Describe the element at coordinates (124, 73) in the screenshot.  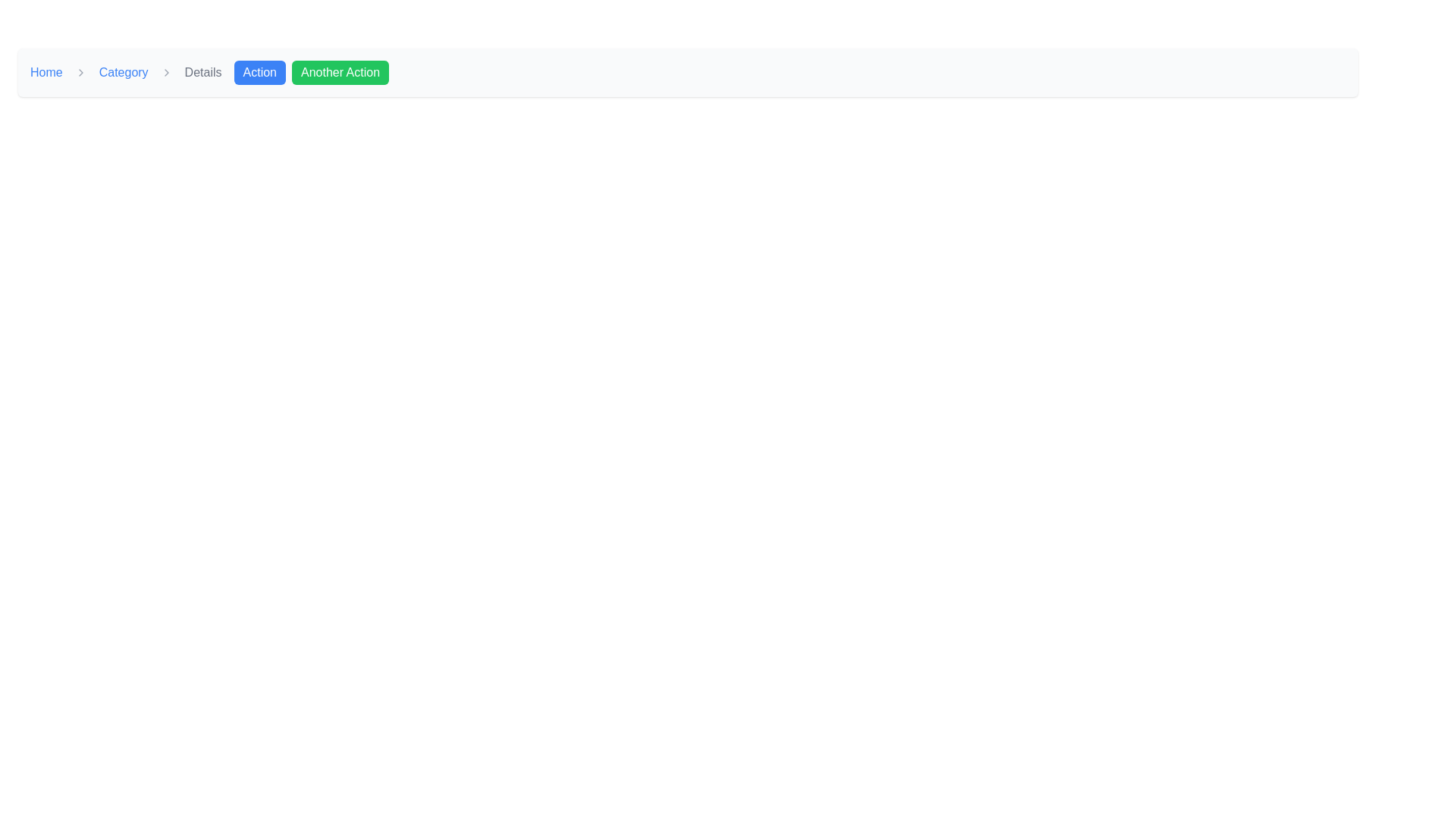
I see `the 'Category' text link in the breadcrumb navigation bar` at that location.